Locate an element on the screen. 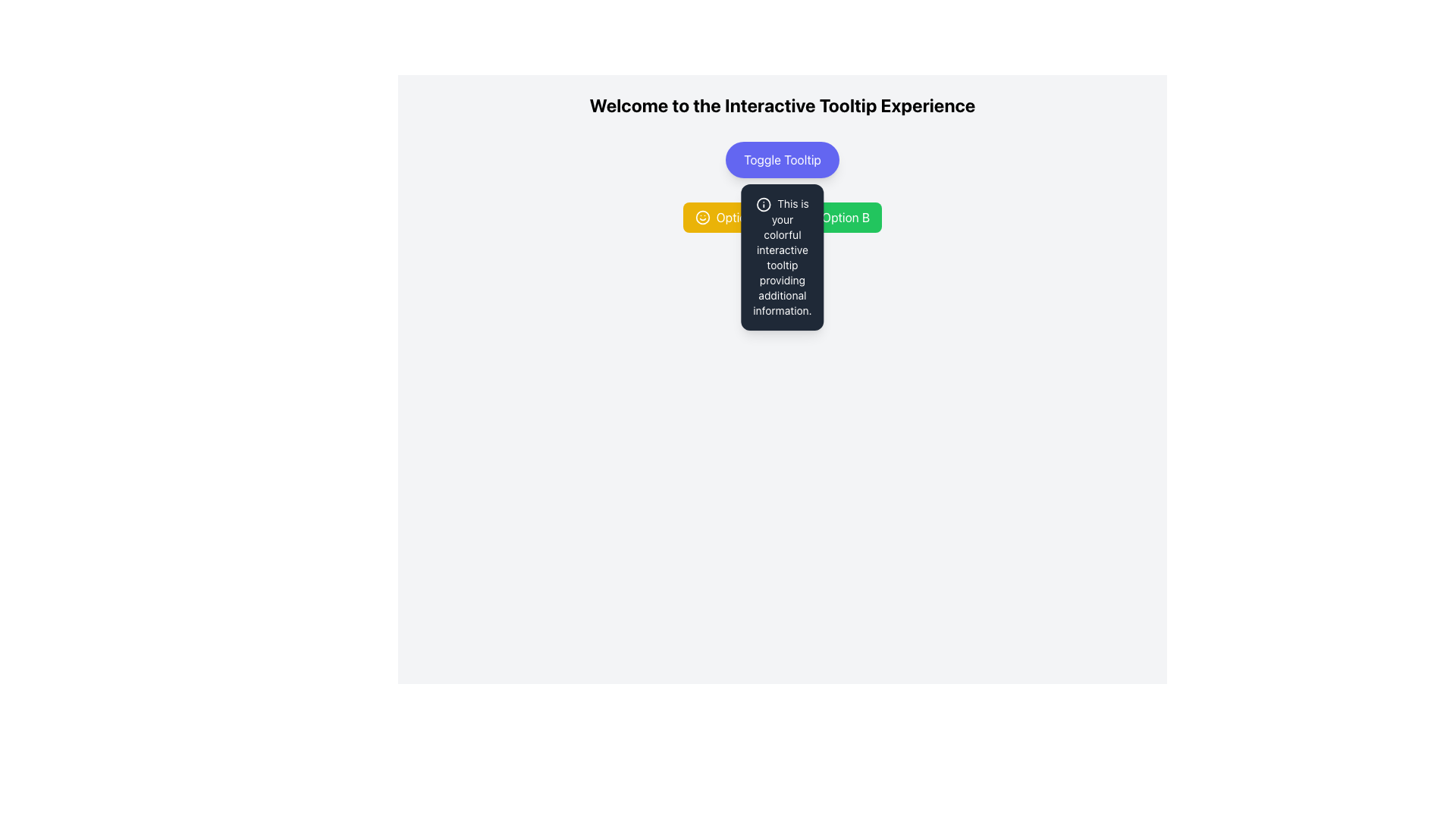  the yellow rectangular button labeled 'Option A' with a smiling face icon on its left side is located at coordinates (729, 217).